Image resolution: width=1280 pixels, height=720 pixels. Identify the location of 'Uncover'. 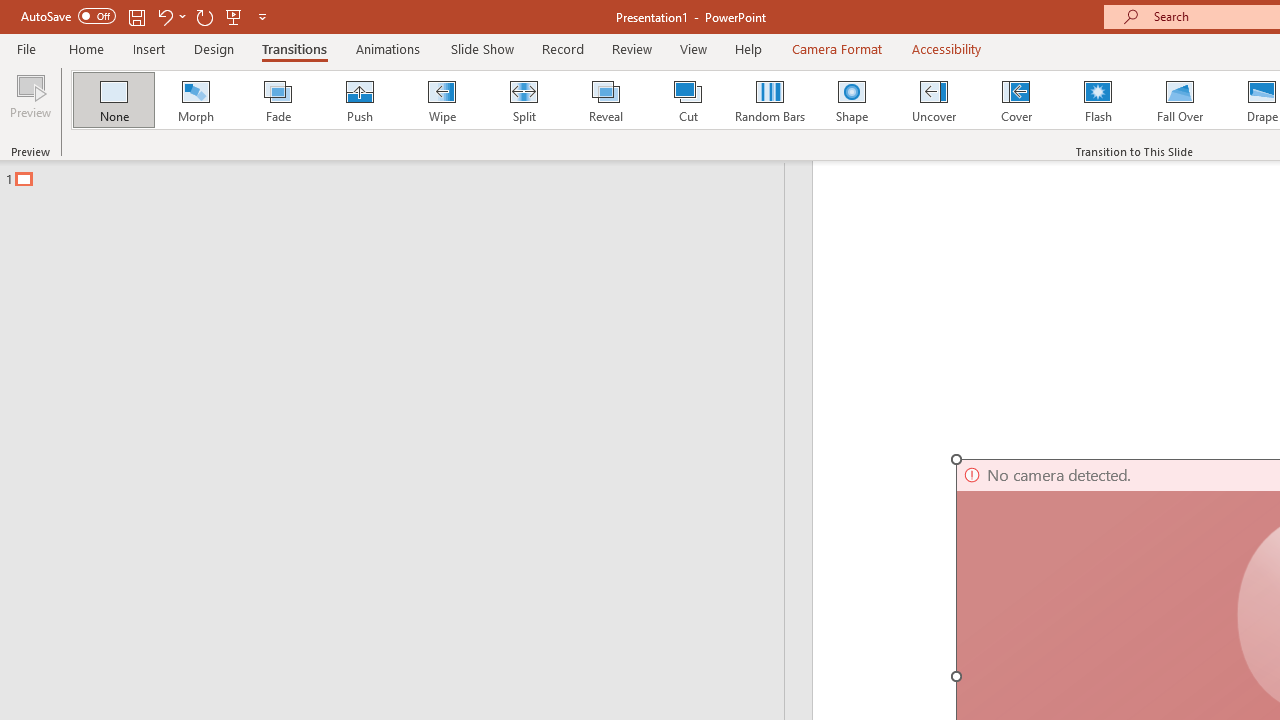
(933, 100).